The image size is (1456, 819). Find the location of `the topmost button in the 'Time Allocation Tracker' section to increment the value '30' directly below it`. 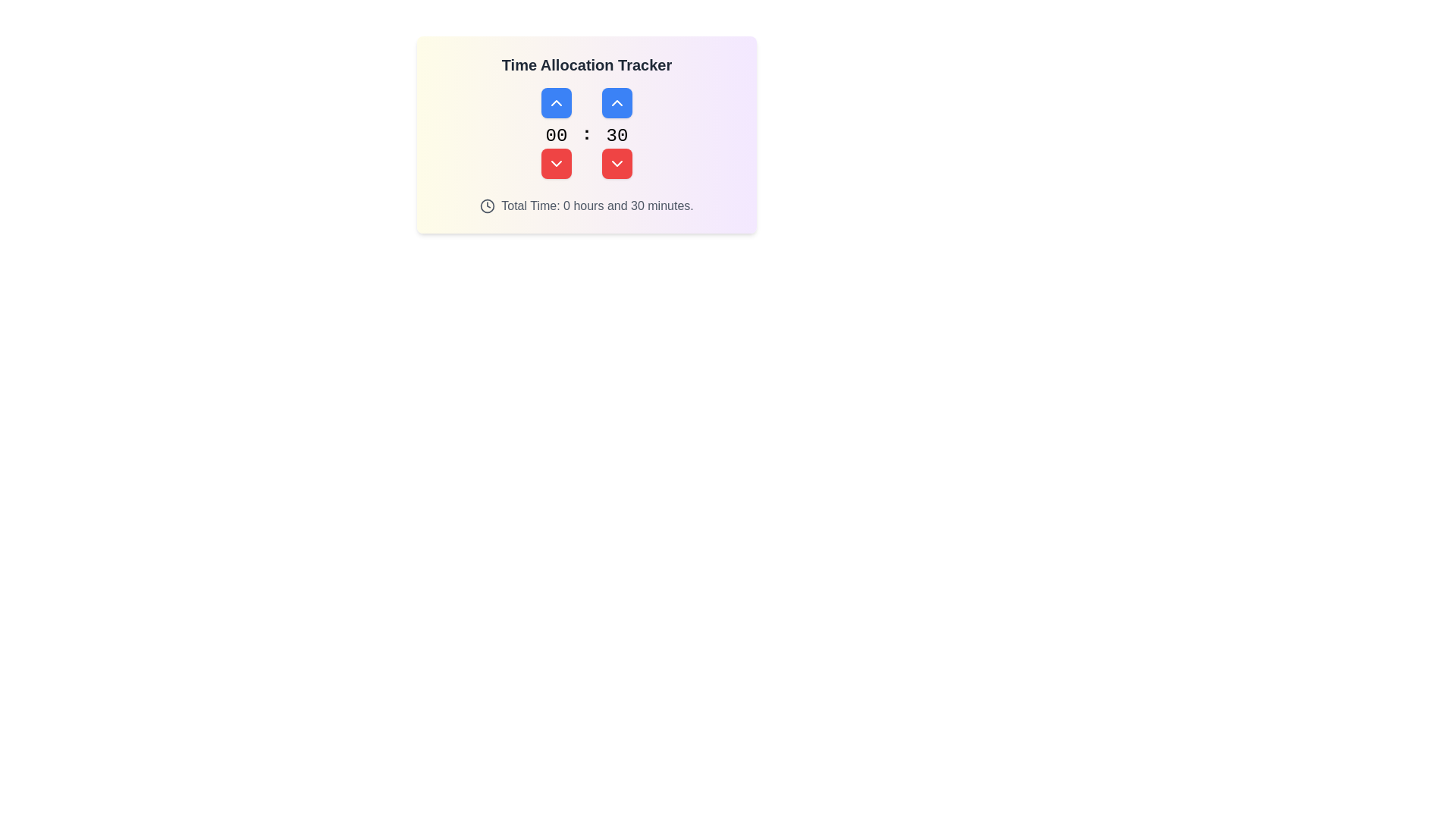

the topmost button in the 'Time Allocation Tracker' section to increment the value '30' directly below it is located at coordinates (617, 102).